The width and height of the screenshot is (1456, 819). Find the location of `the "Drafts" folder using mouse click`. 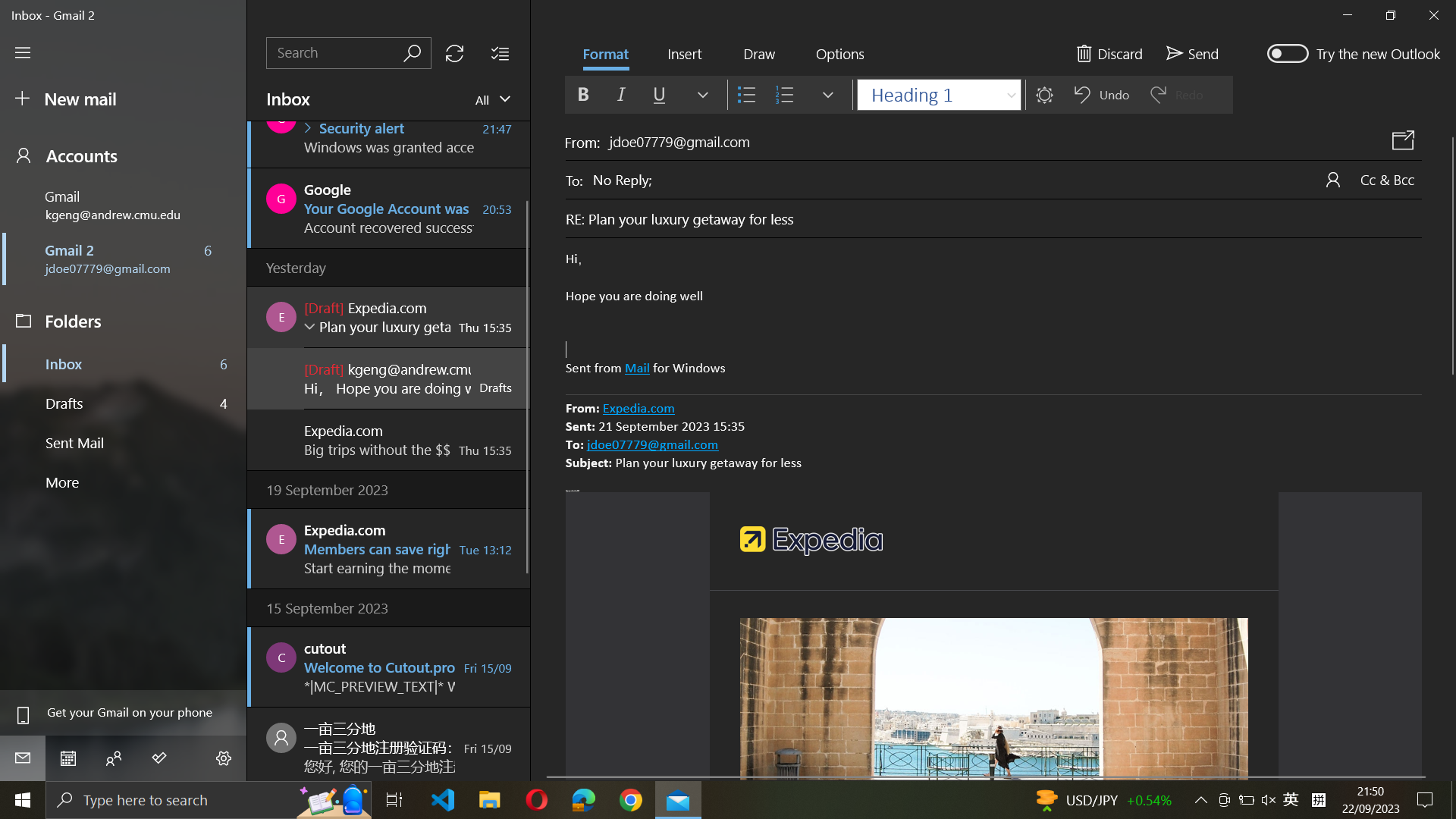

the "Drafts" folder using mouse click is located at coordinates (124, 401).